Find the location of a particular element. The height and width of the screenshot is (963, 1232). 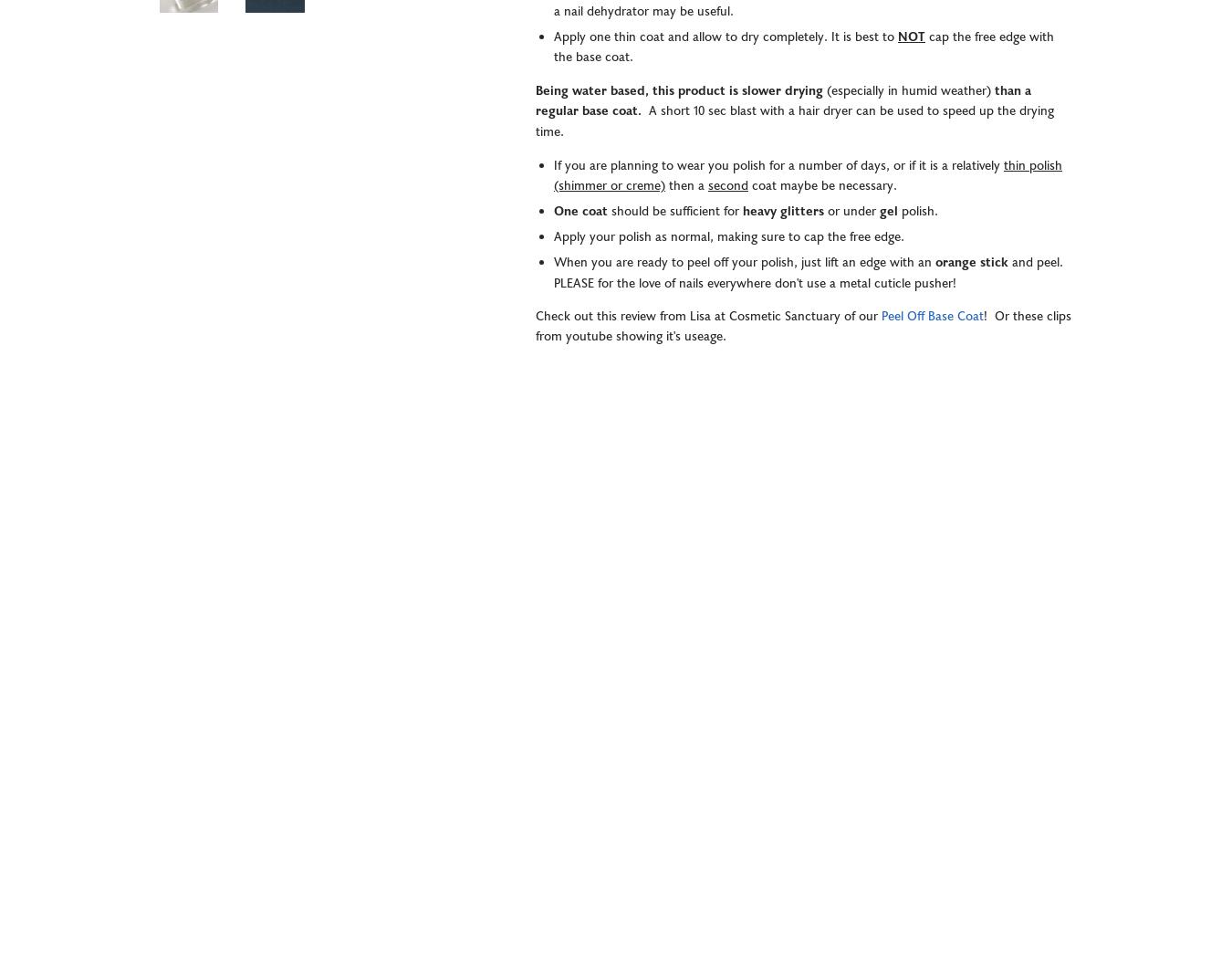

'Check out this review from Lisa at Cosmetic Sanctuary of our' is located at coordinates (707, 315).